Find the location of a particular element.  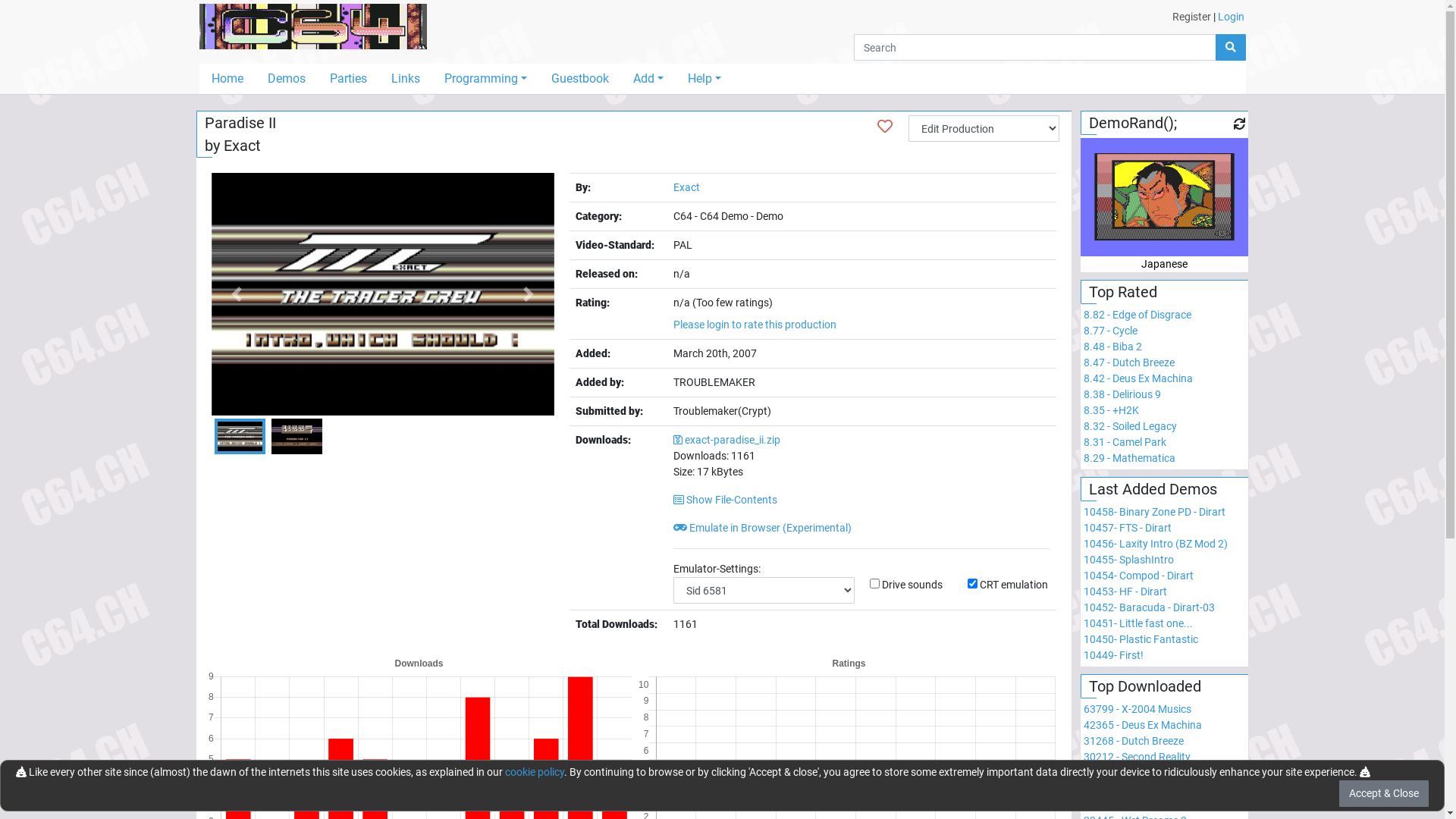

'Emulate in Browser (Experimental)' is located at coordinates (762, 526).